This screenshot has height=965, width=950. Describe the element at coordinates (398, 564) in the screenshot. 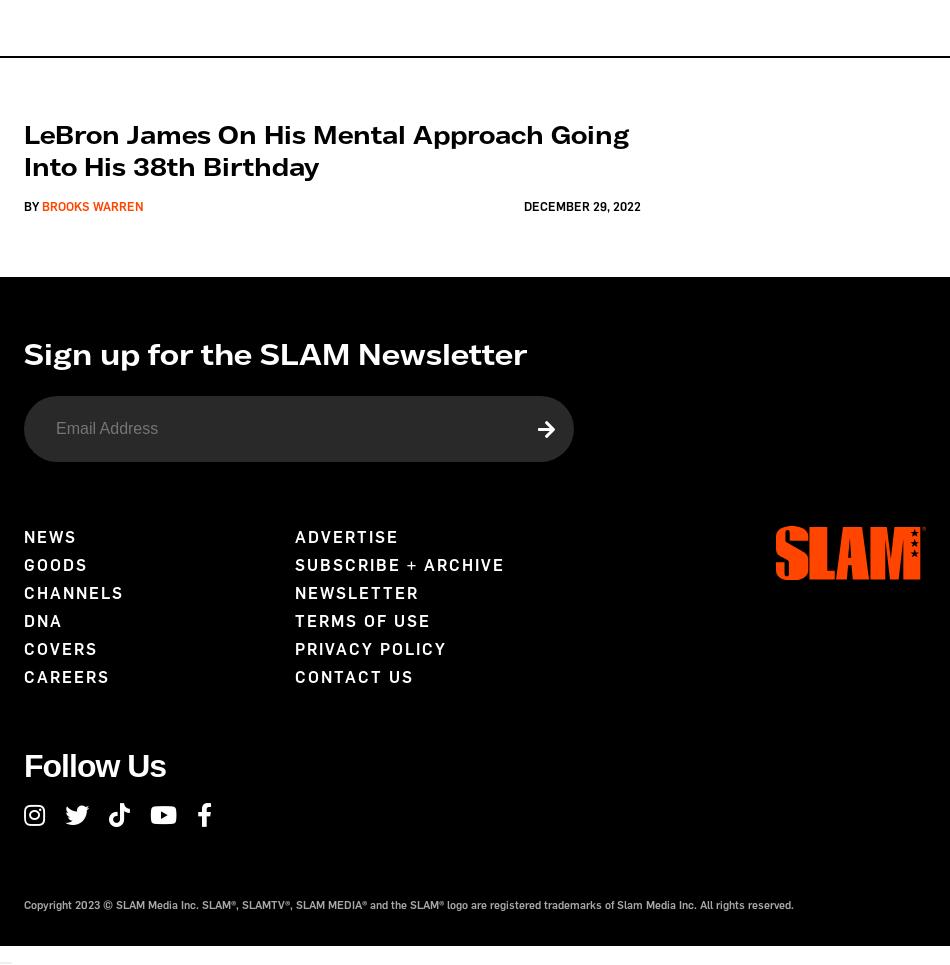

I see `'Subscribe + Archive'` at that location.